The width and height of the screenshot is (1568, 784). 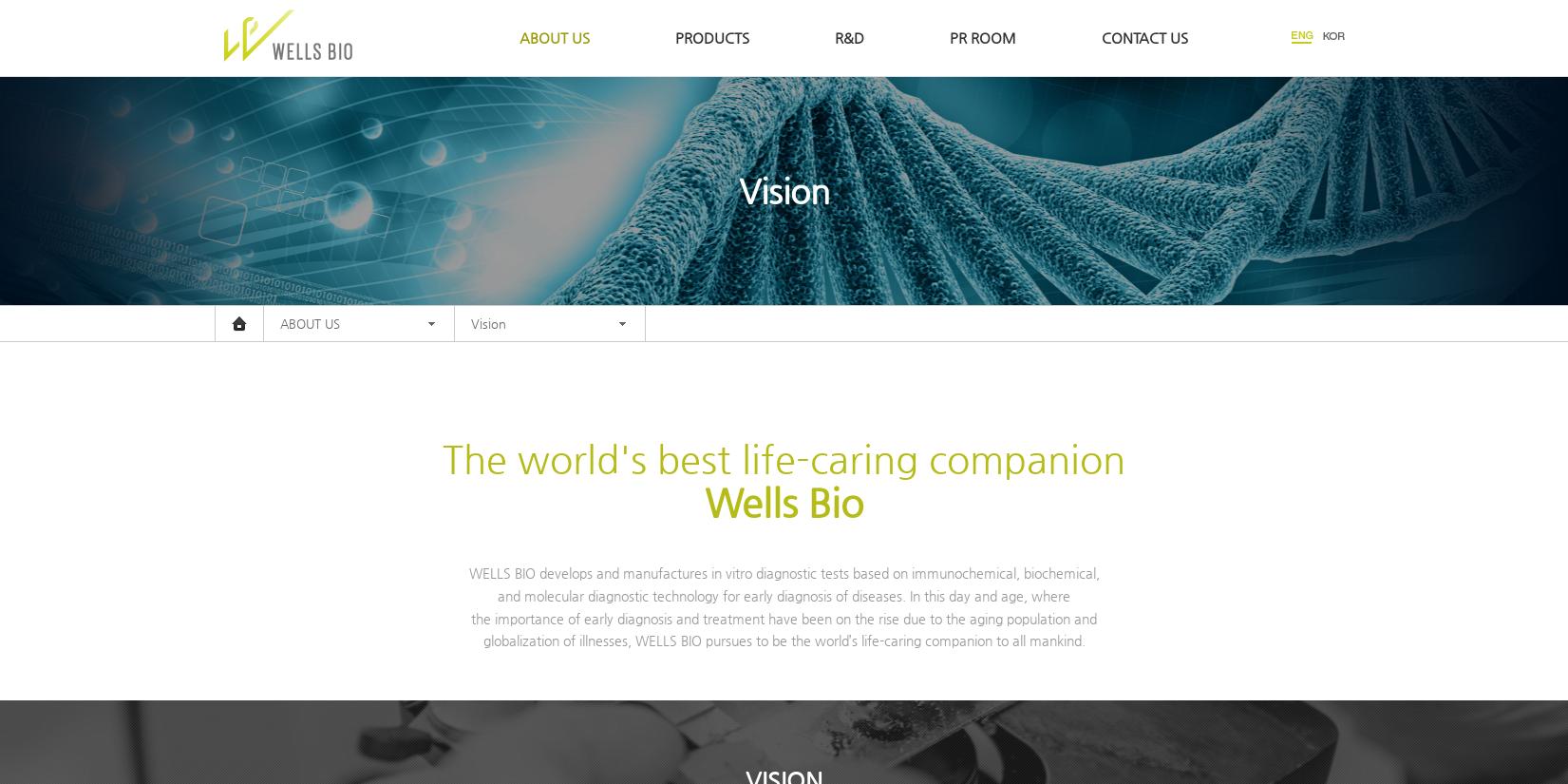 What do you see at coordinates (443, 459) in the screenshot?
I see `'The world's best life-caring companion'` at bounding box center [443, 459].